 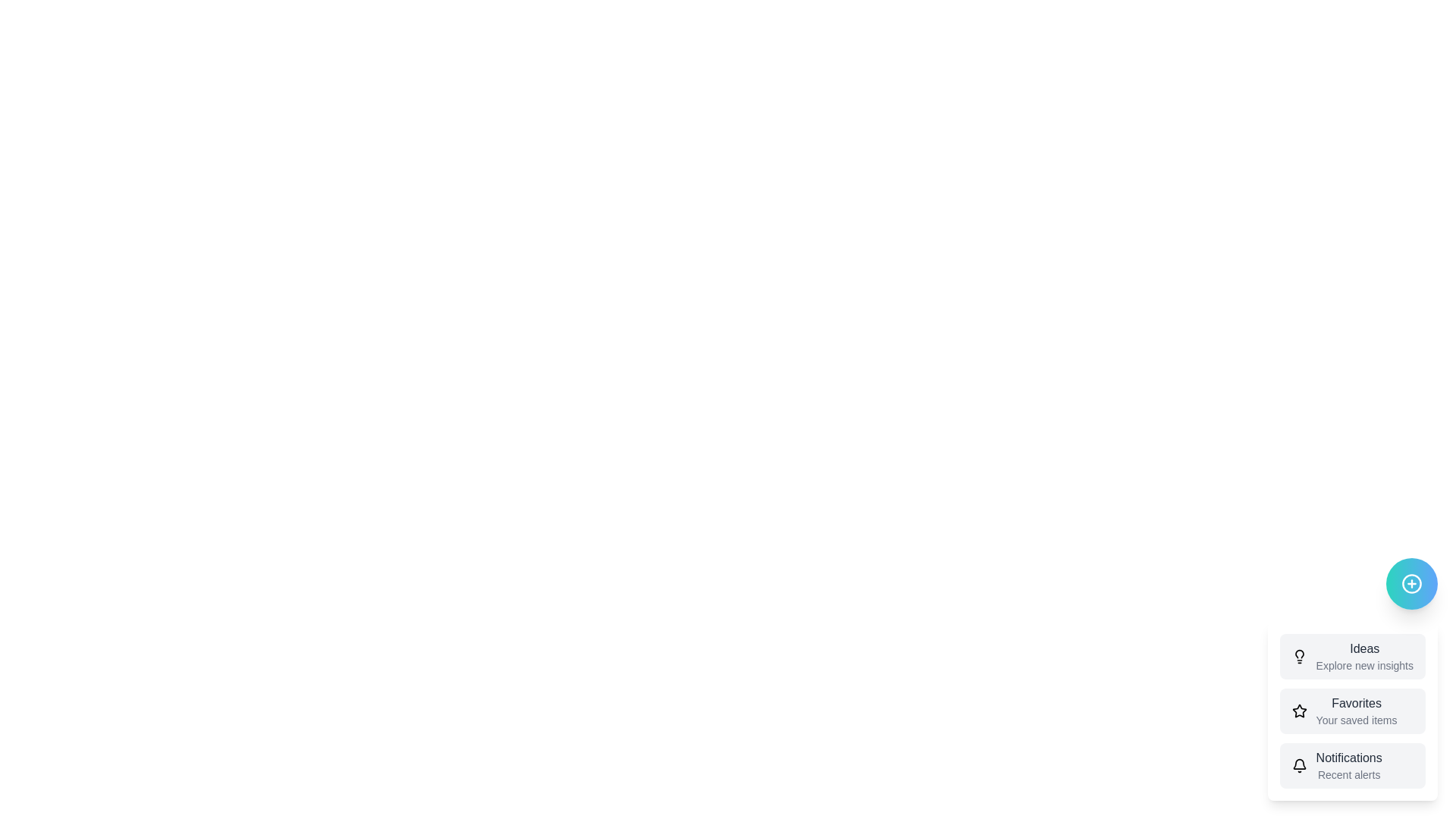 What do you see at coordinates (1298, 656) in the screenshot?
I see `the 'Ideas' icon, which is located at the topmost position of the vertical list of options` at bounding box center [1298, 656].